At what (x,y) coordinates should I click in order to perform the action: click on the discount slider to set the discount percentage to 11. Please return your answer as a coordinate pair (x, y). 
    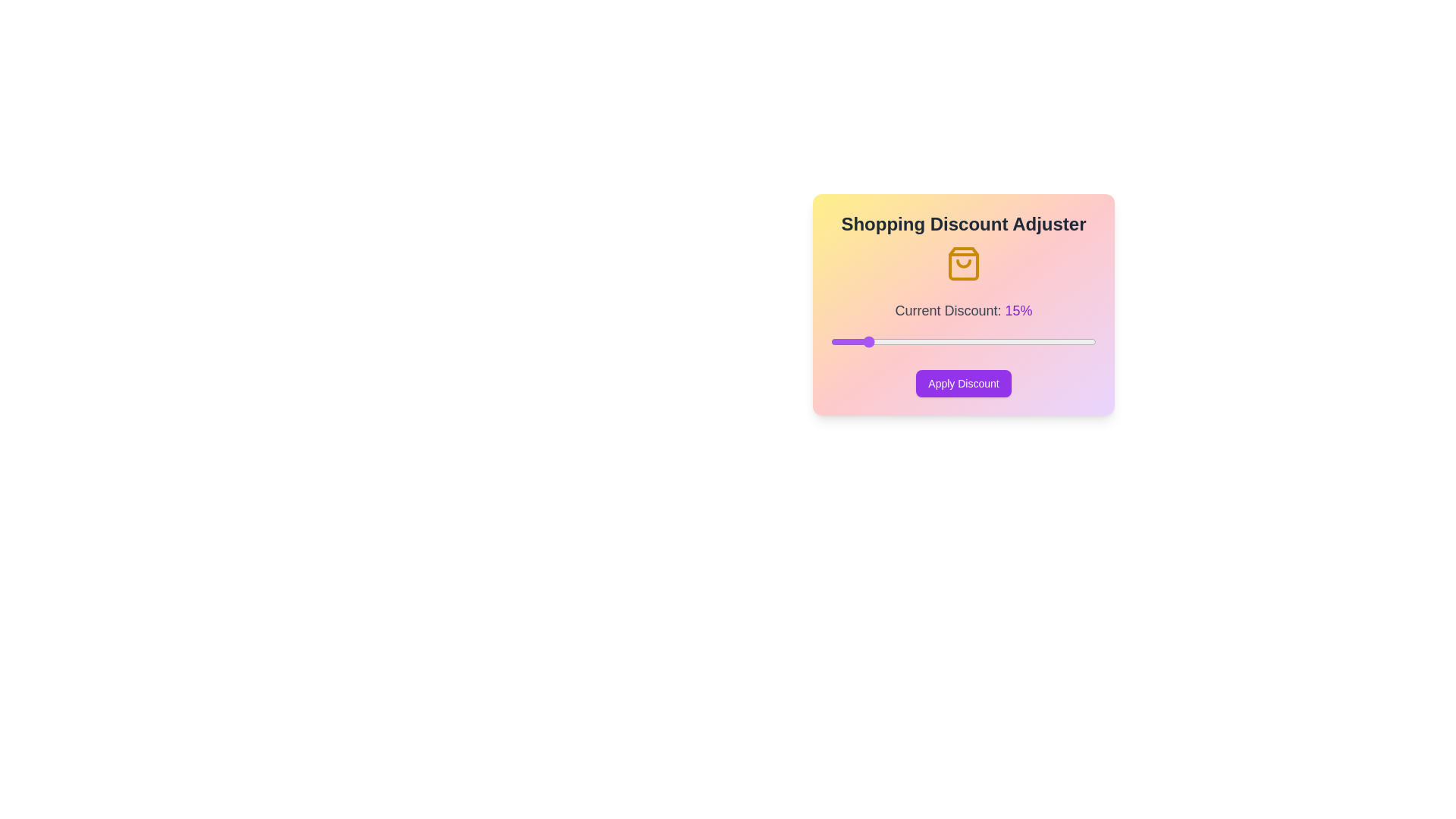
    Looking at the image, I should click on (836, 342).